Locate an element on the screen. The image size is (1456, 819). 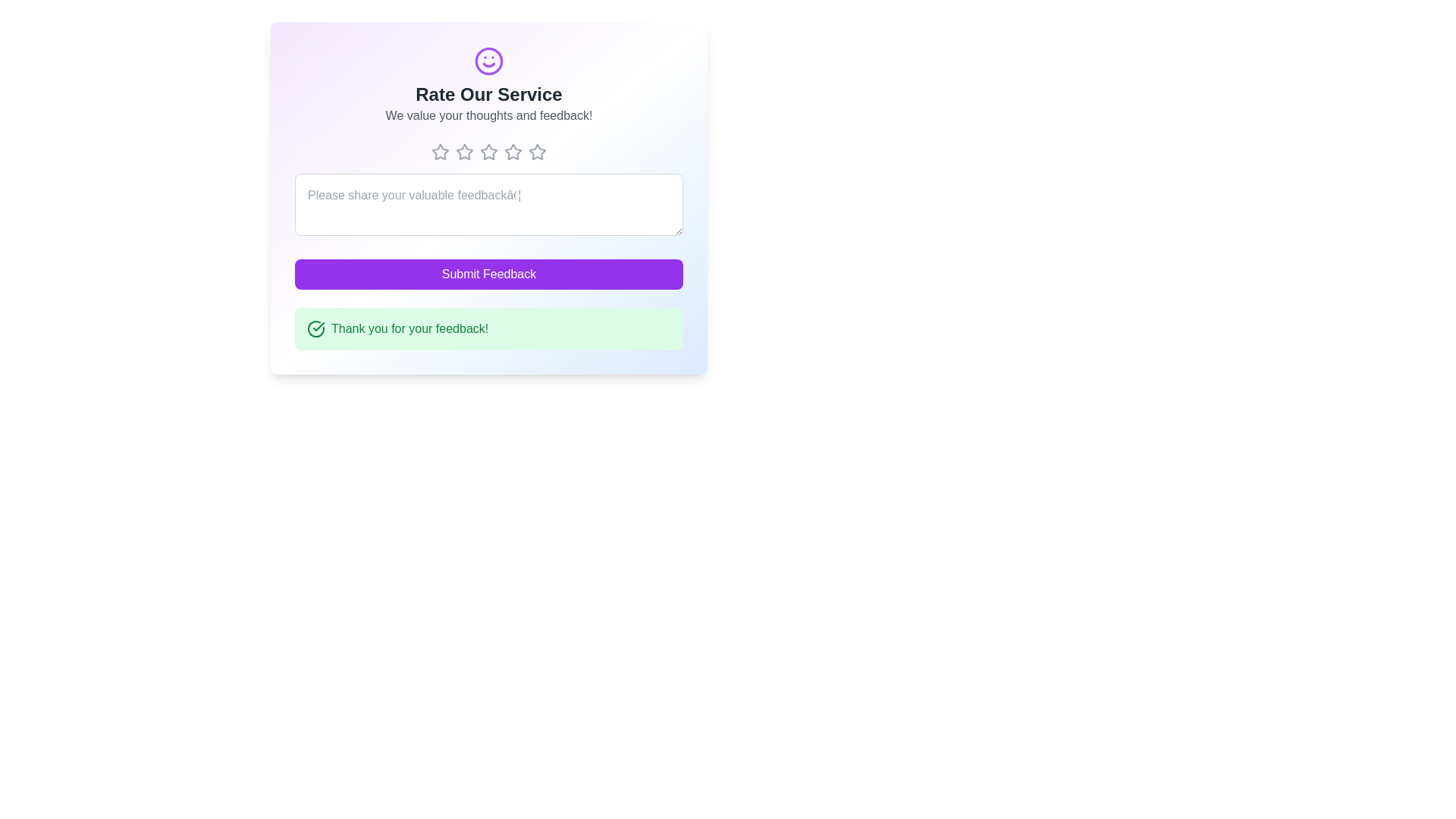
the 'Submit Feedback' button, which is a rectangular button with white text on a purple background, located centrally below the feedback input field is located at coordinates (488, 275).